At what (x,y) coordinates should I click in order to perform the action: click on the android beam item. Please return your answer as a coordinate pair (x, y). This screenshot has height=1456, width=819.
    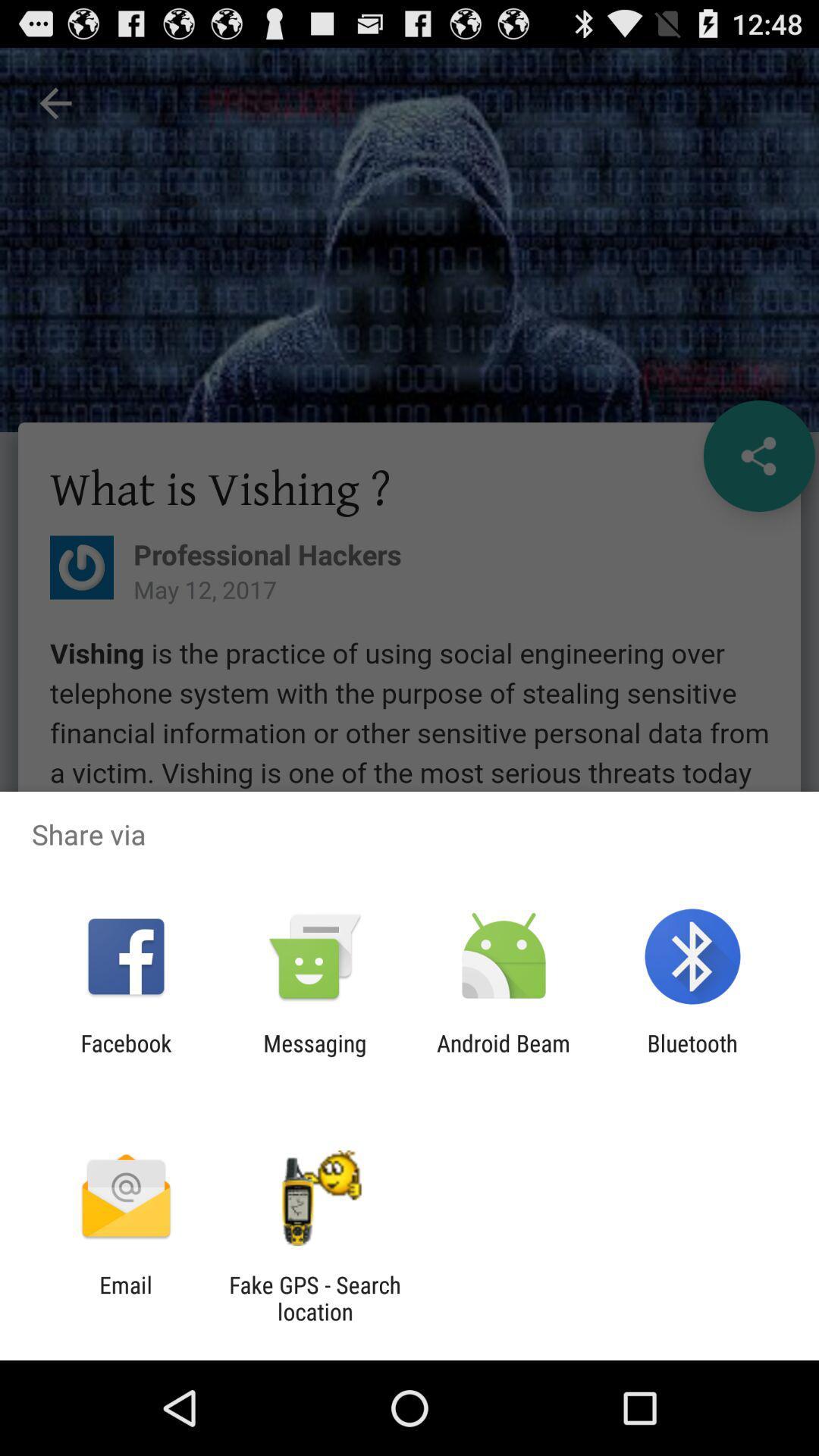
    Looking at the image, I should click on (504, 1056).